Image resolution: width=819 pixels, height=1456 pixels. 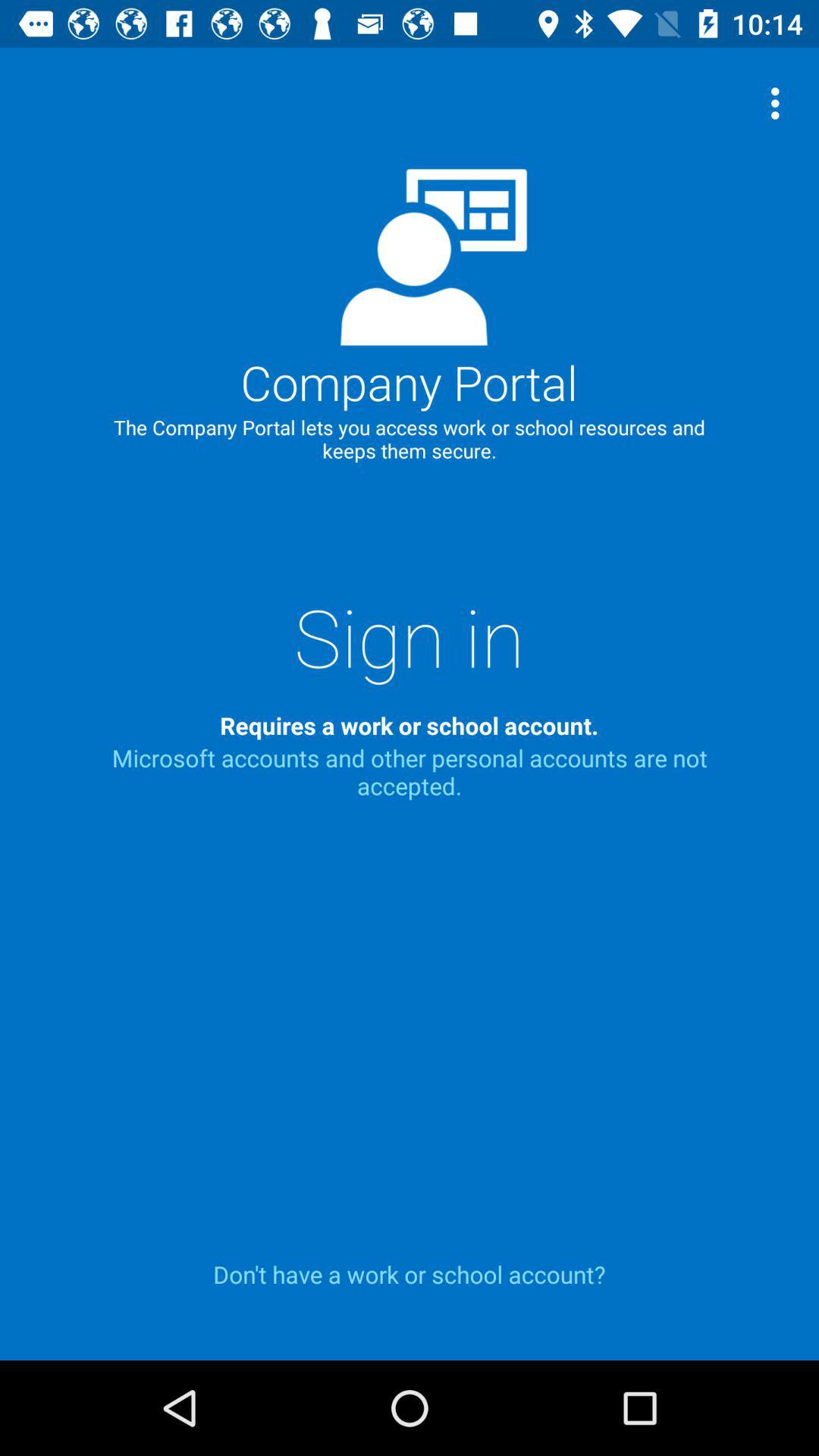 What do you see at coordinates (779, 102) in the screenshot?
I see `item at the top right corner` at bounding box center [779, 102].